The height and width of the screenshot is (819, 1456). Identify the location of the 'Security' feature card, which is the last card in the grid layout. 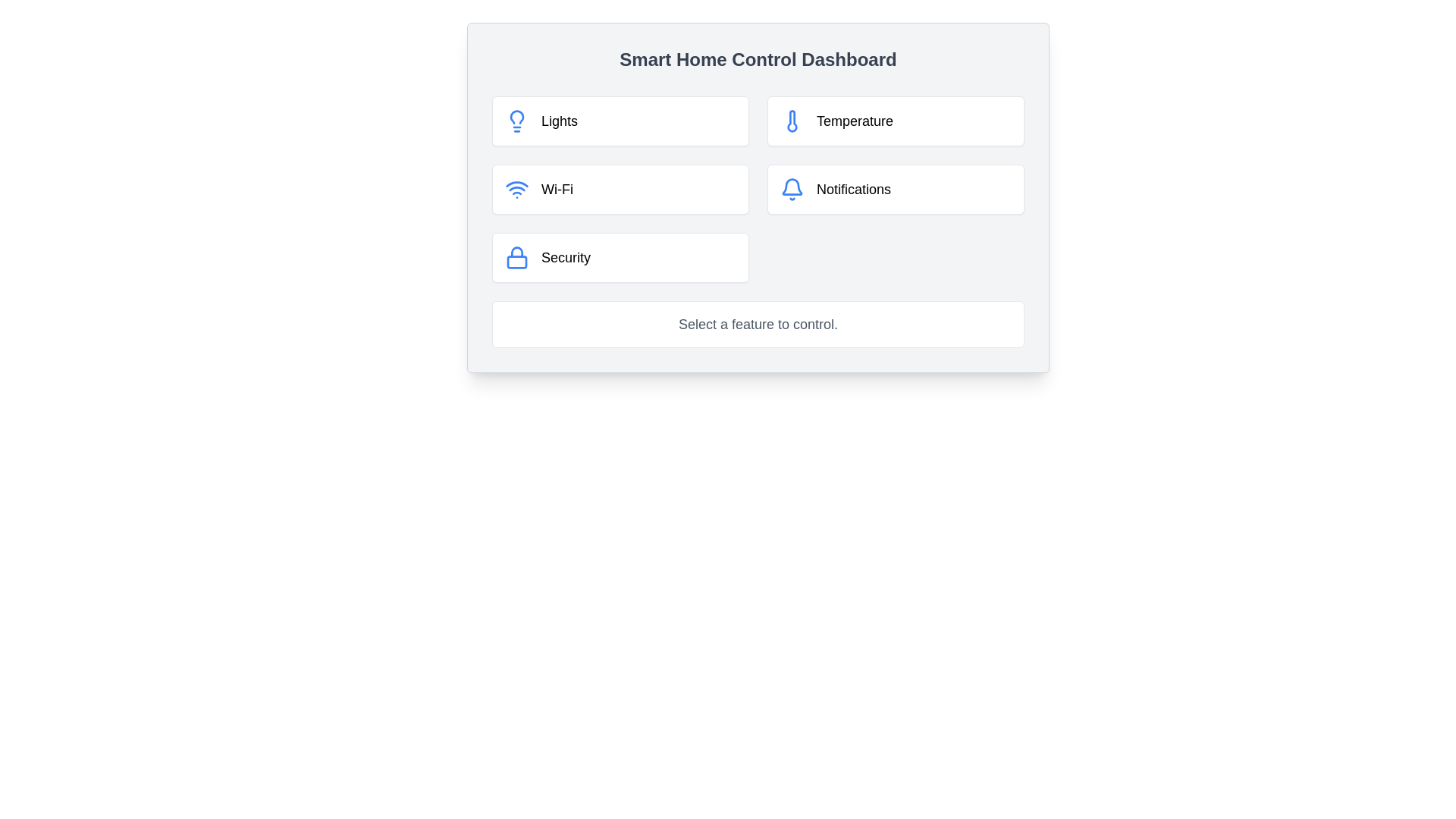
(620, 256).